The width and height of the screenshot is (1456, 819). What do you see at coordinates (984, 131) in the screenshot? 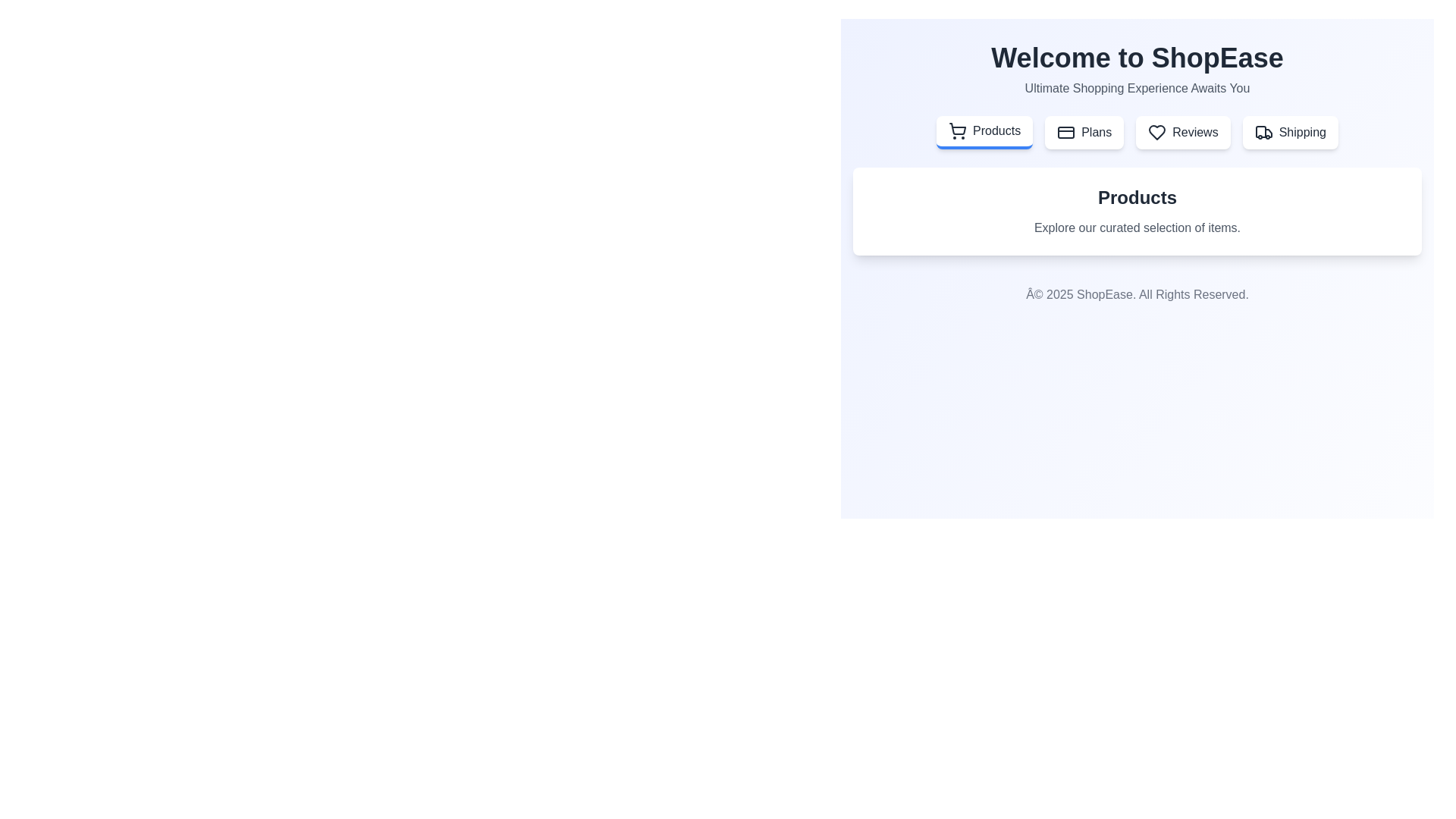
I see `the 'Products' button` at bounding box center [984, 131].